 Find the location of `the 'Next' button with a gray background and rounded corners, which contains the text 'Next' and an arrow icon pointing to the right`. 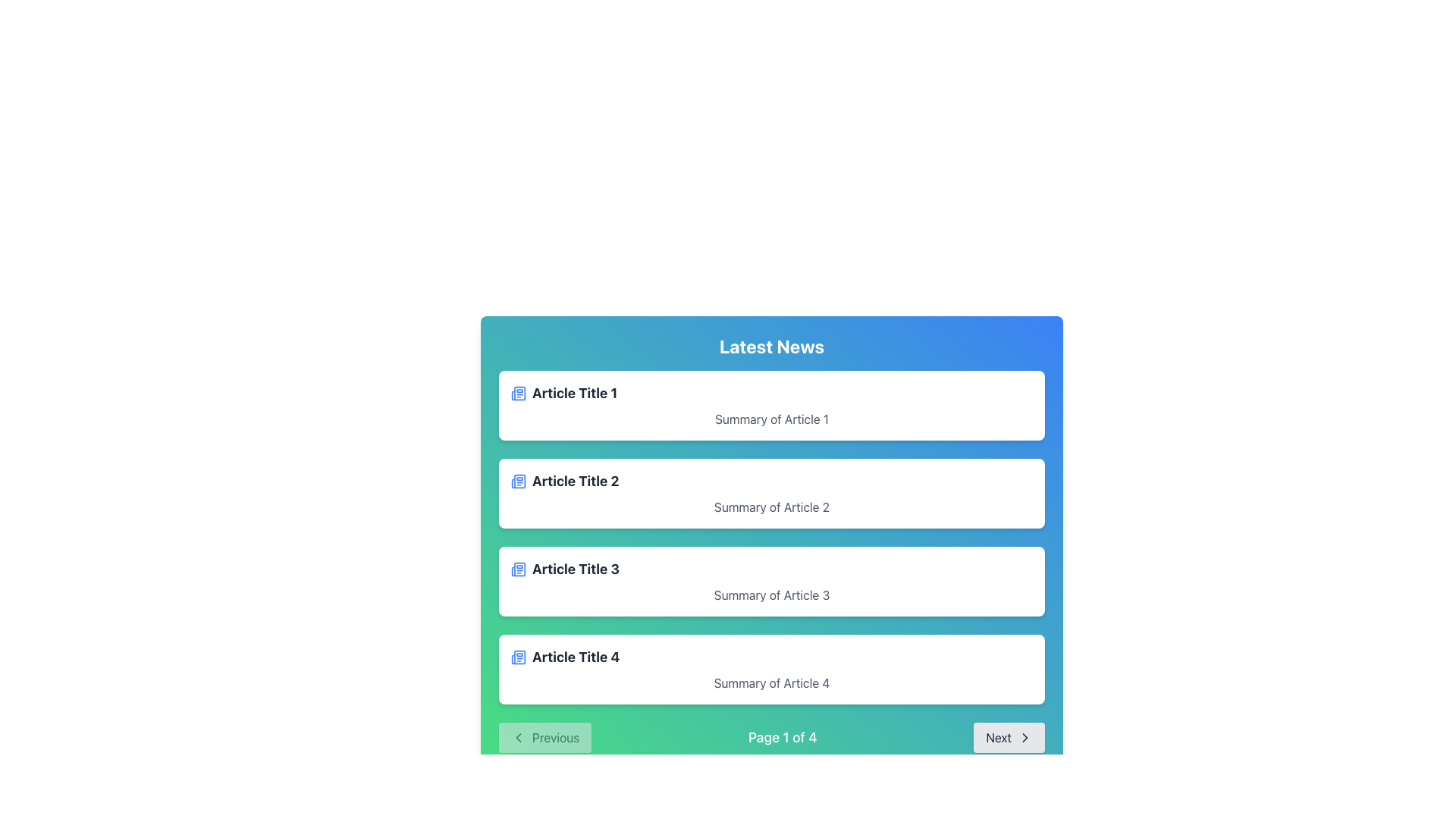

the 'Next' button with a gray background and rounded corners, which contains the text 'Next' and an arrow icon pointing to the right is located at coordinates (1009, 736).